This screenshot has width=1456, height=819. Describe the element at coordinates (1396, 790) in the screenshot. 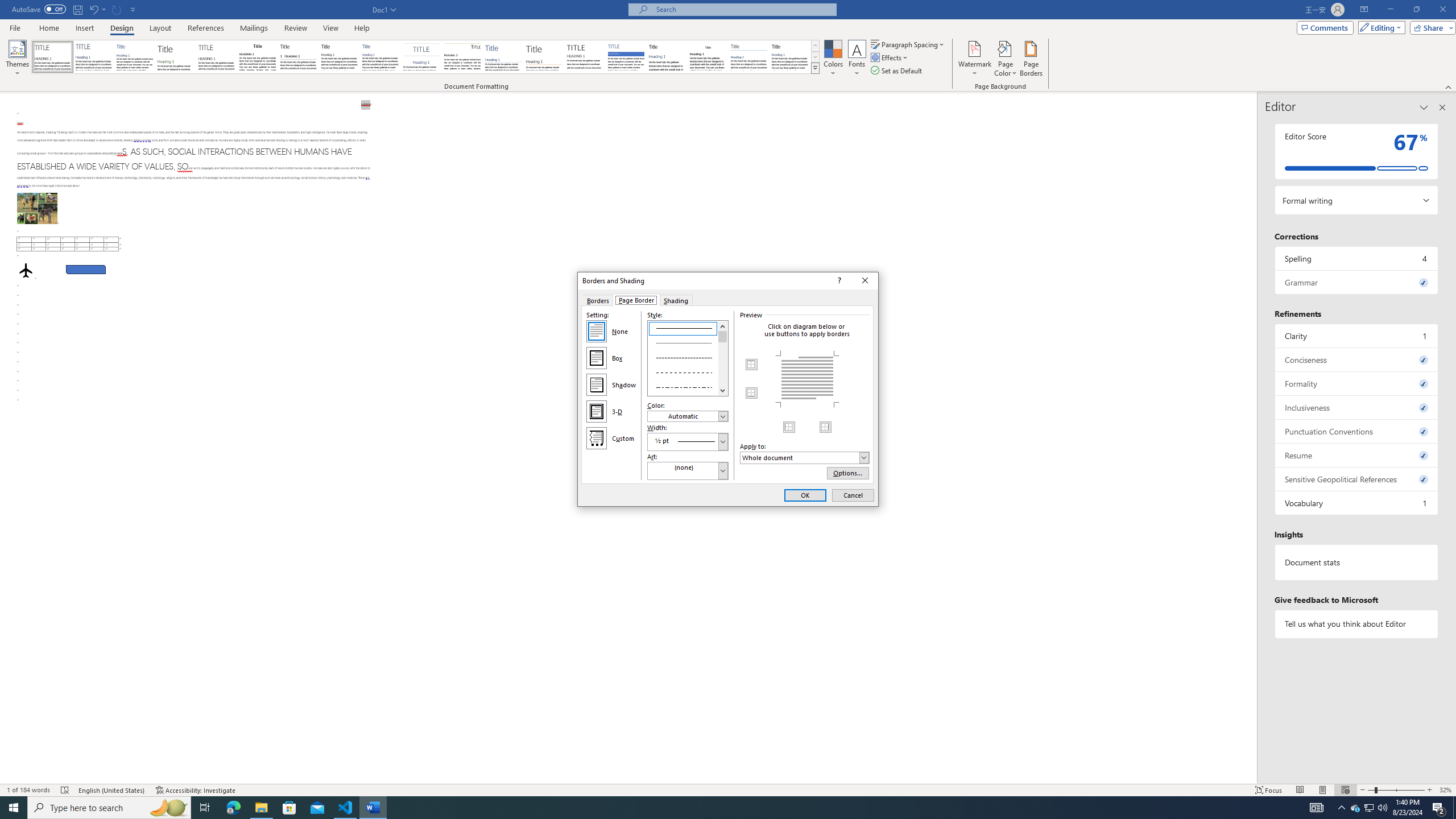

I see `'Zoom'` at that location.